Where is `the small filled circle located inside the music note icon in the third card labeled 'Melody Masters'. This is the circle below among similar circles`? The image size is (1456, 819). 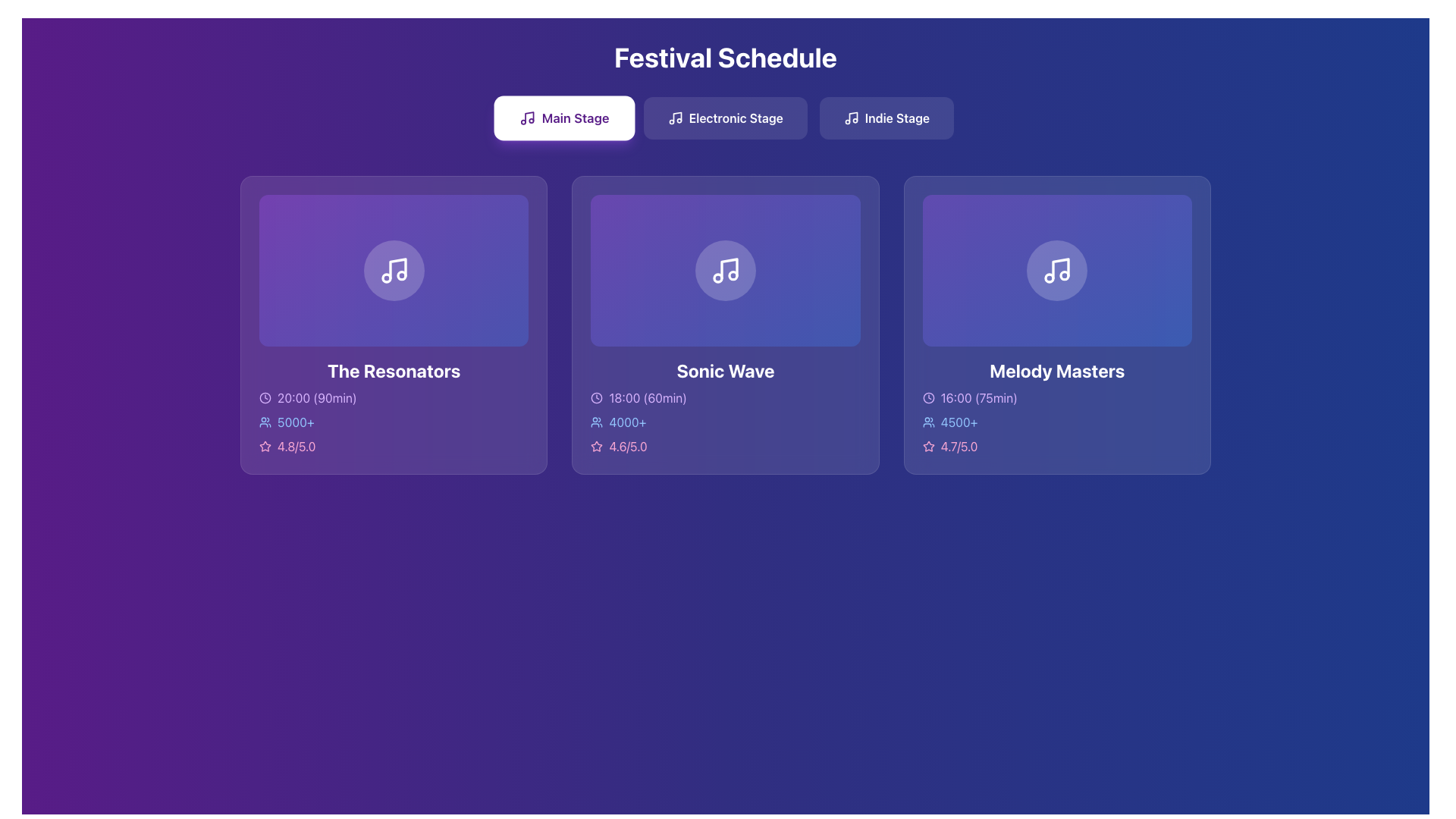
the small filled circle located inside the music note icon in the third card labeled 'Melody Masters'. This is the circle below among similar circles is located at coordinates (1049, 278).